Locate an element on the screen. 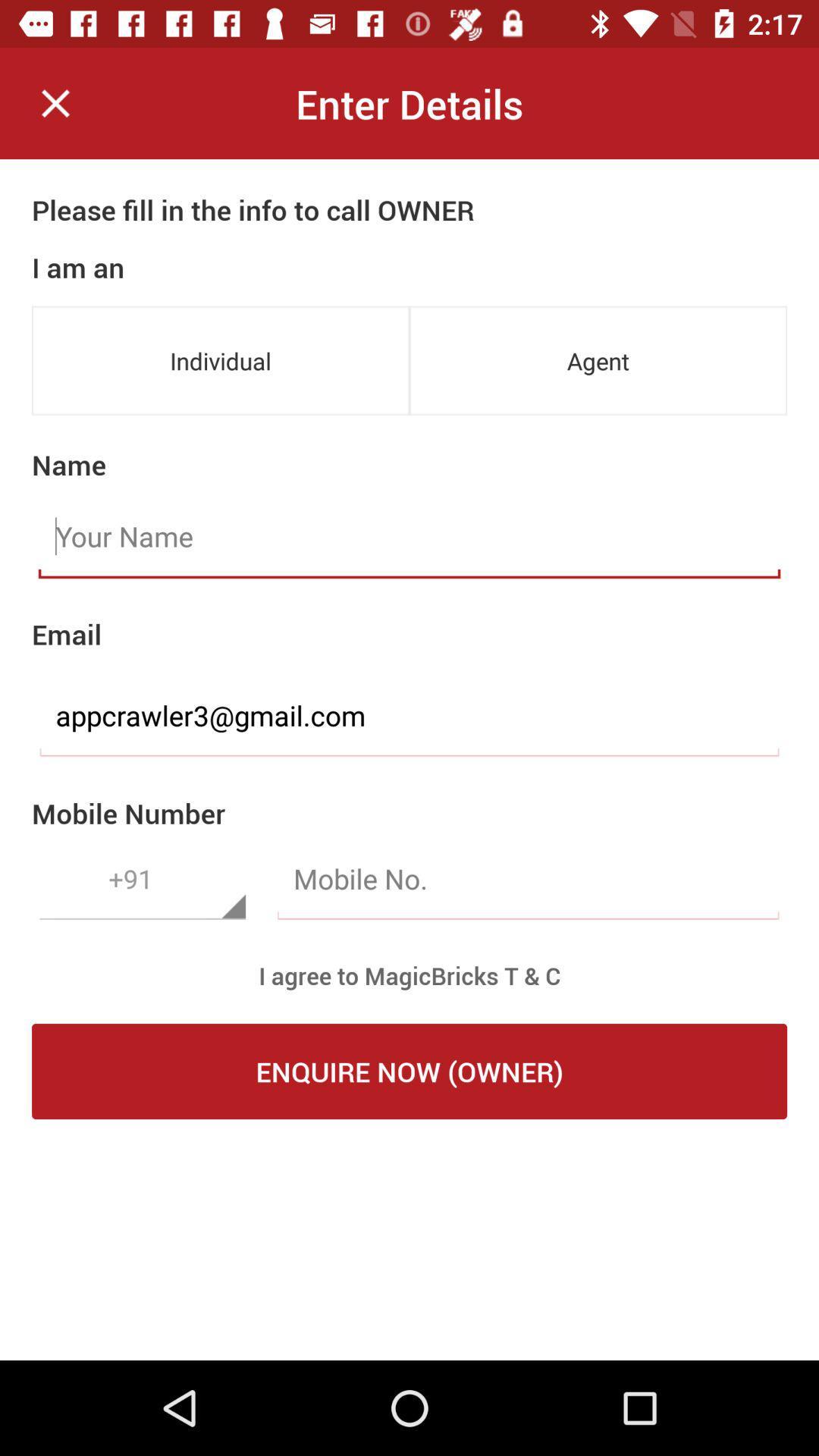 The image size is (819, 1456). appcrawler3@gmail.com item is located at coordinates (409, 716).